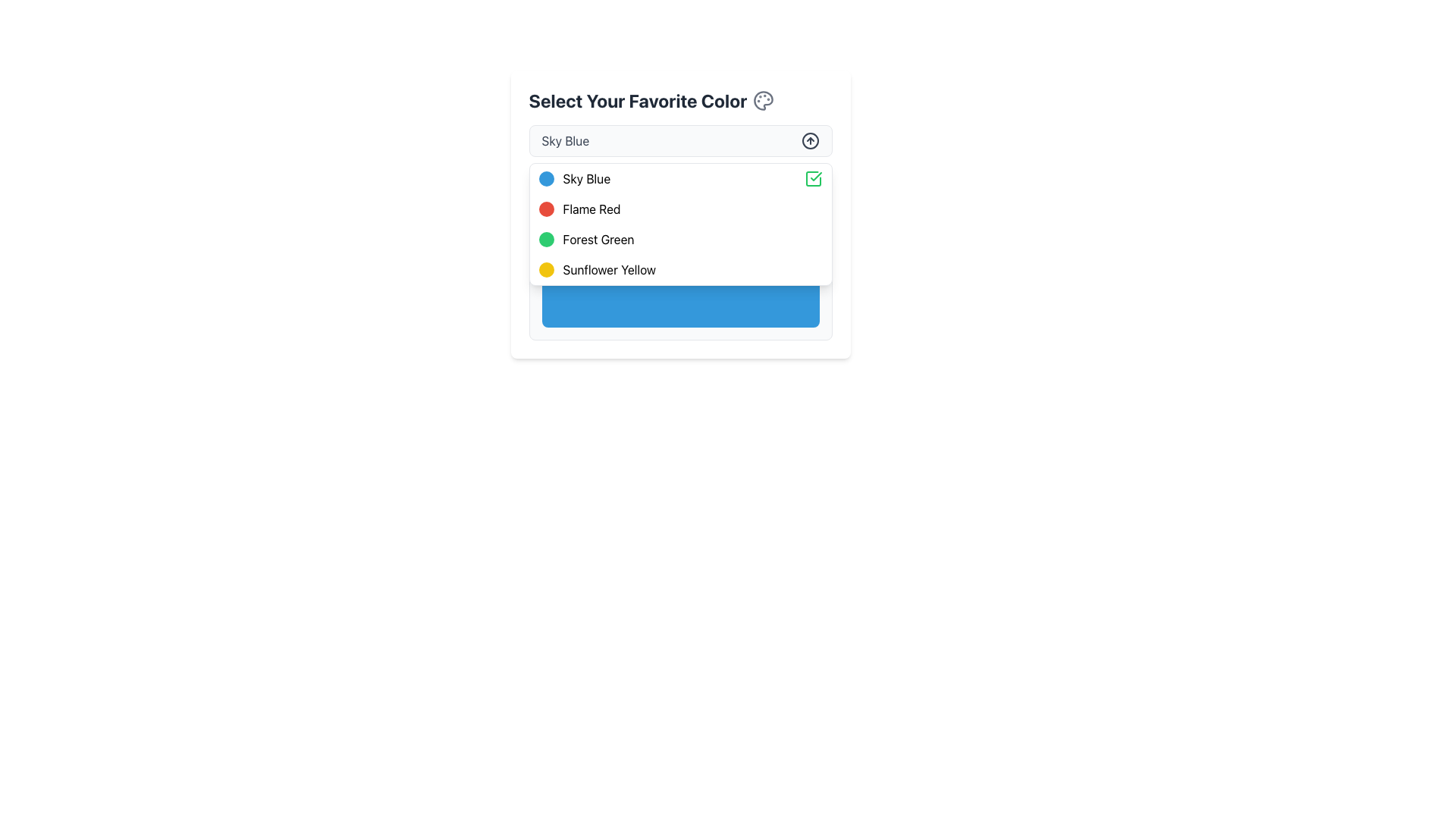 This screenshot has height=819, width=1456. Describe the element at coordinates (546, 268) in the screenshot. I see `the circular 'Sunflower Yellow' color indicator with a vivid yellow background, positioned to the left of the text 'Sunflower Yellow' in the color selection dropdown` at that location.